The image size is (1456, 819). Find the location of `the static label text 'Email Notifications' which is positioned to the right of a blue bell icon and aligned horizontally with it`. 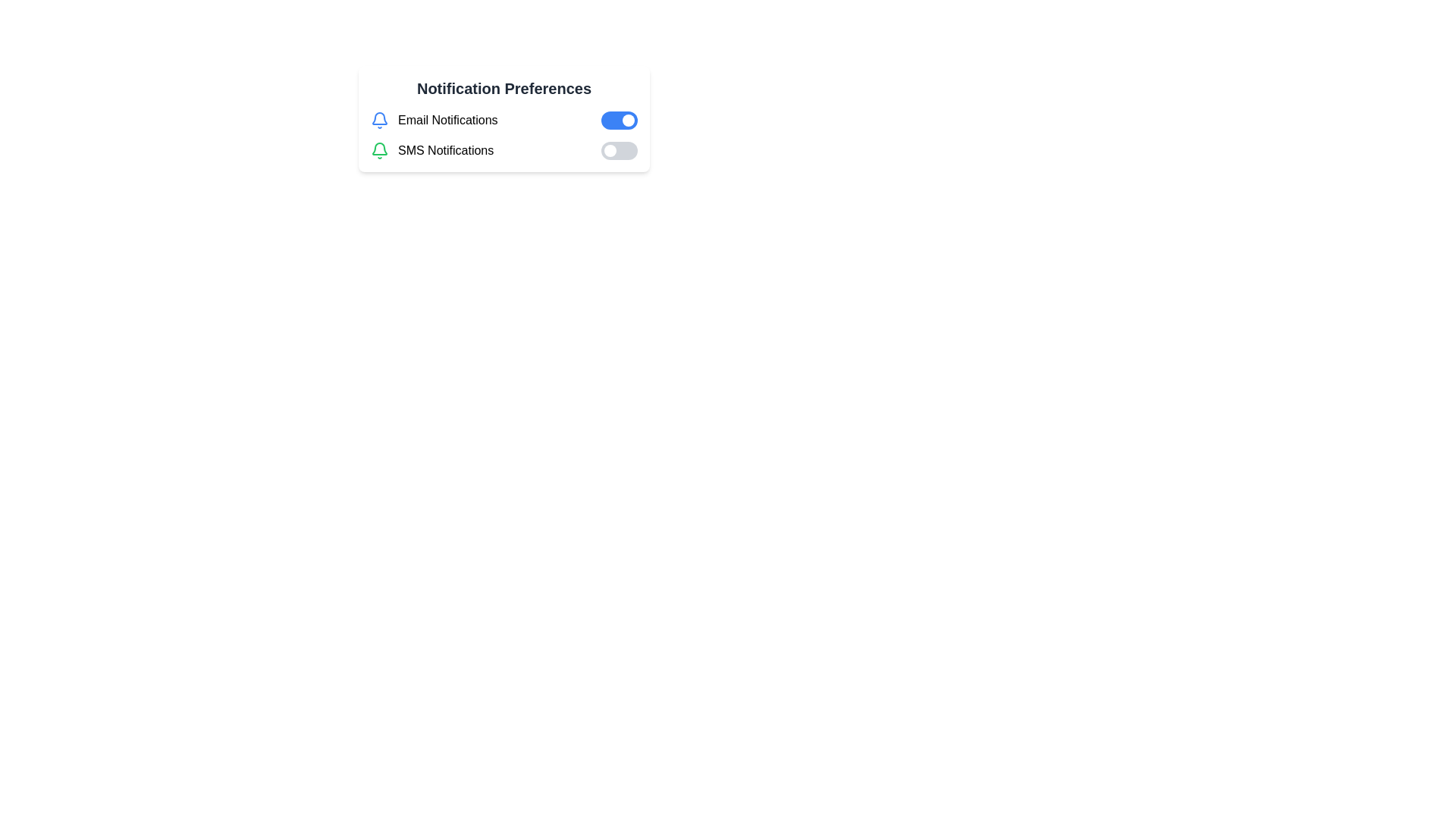

the static label text 'Email Notifications' which is positioned to the right of a blue bell icon and aligned horizontally with it is located at coordinates (447, 119).